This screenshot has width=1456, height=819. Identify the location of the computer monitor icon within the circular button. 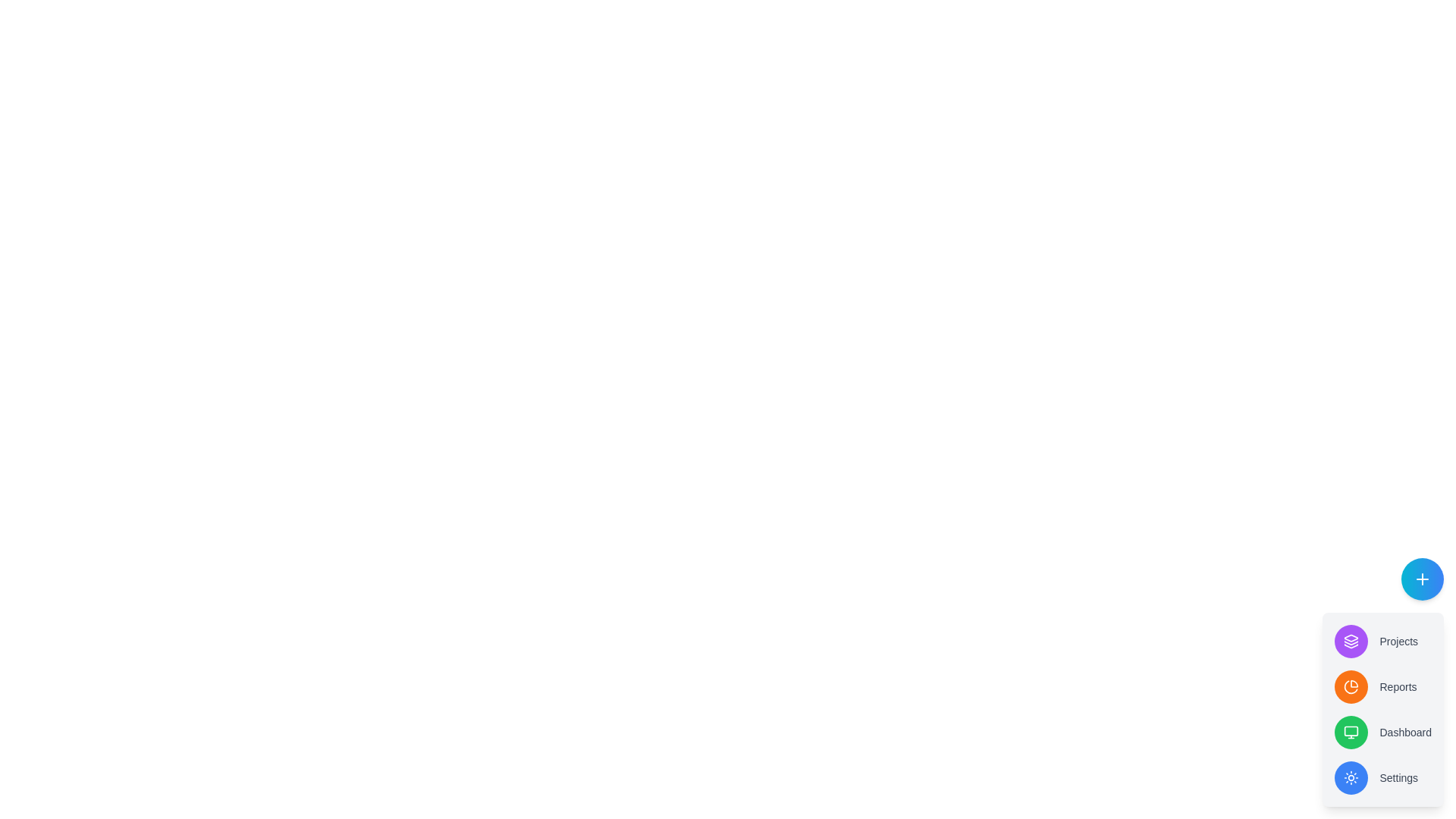
(1351, 731).